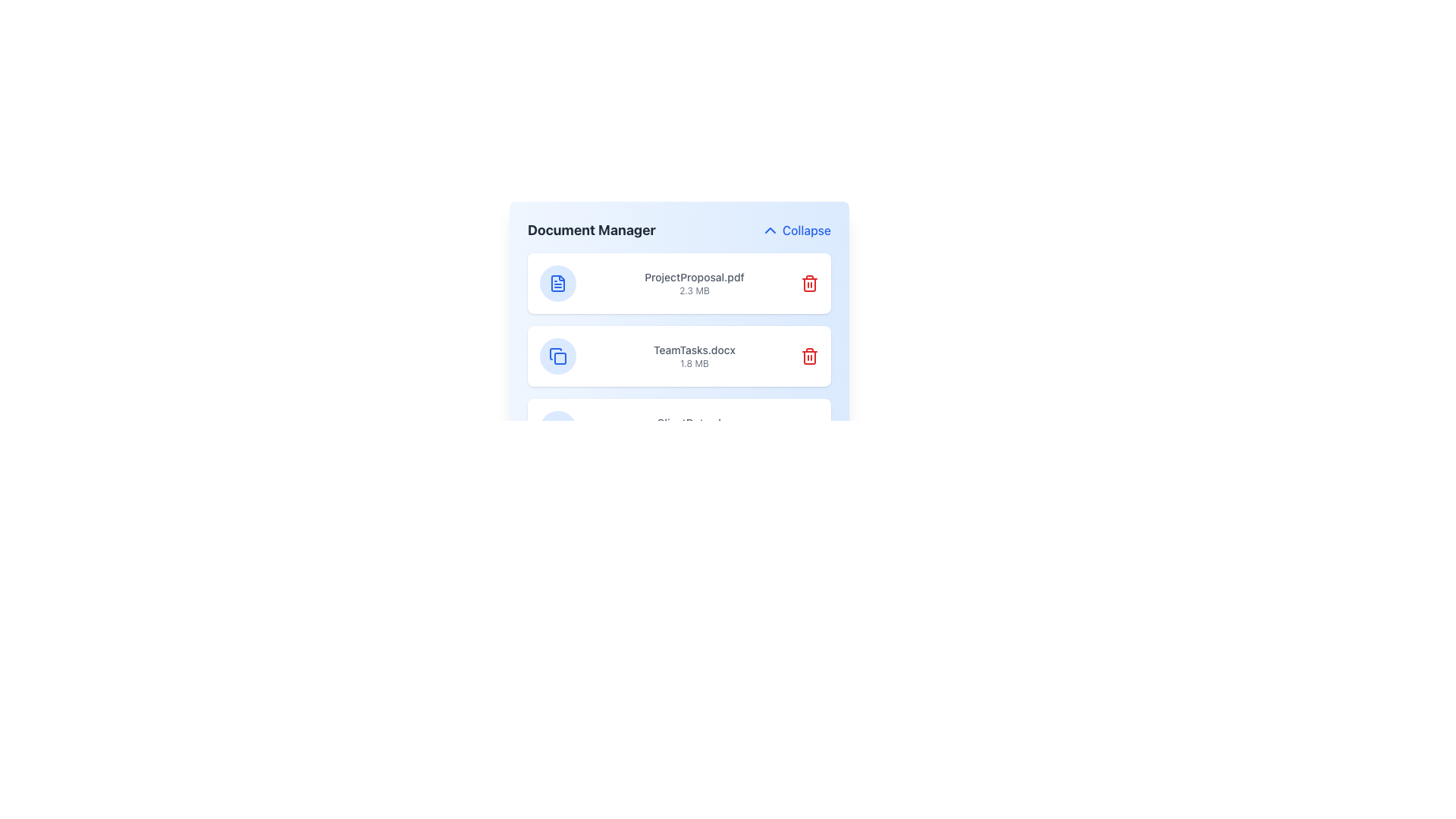  I want to click on the second file entry in the Document Manager grid layout, so click(679, 356).